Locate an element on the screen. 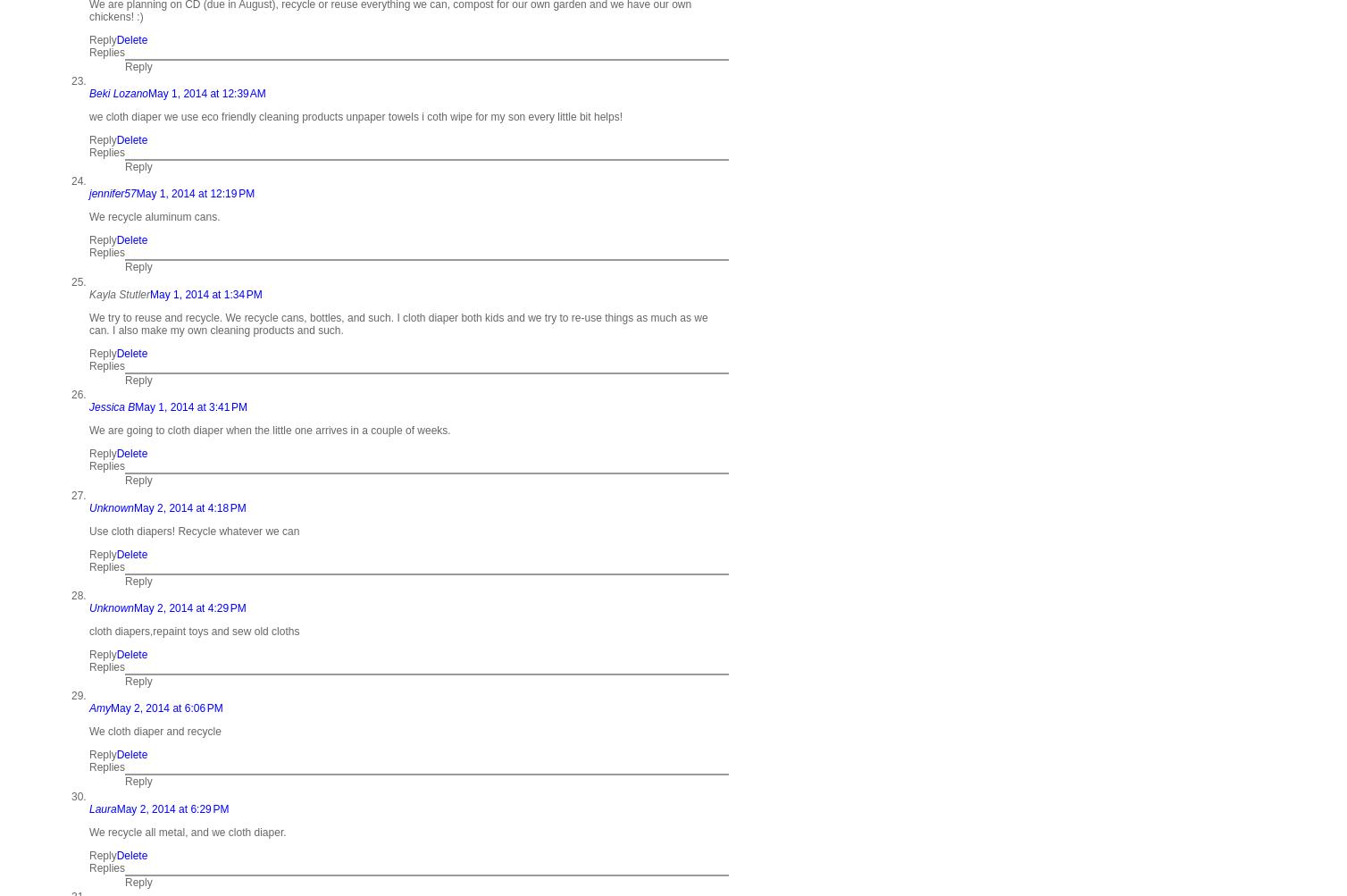 This screenshot has width=1347, height=896. 'Jessica B' is located at coordinates (88, 406).